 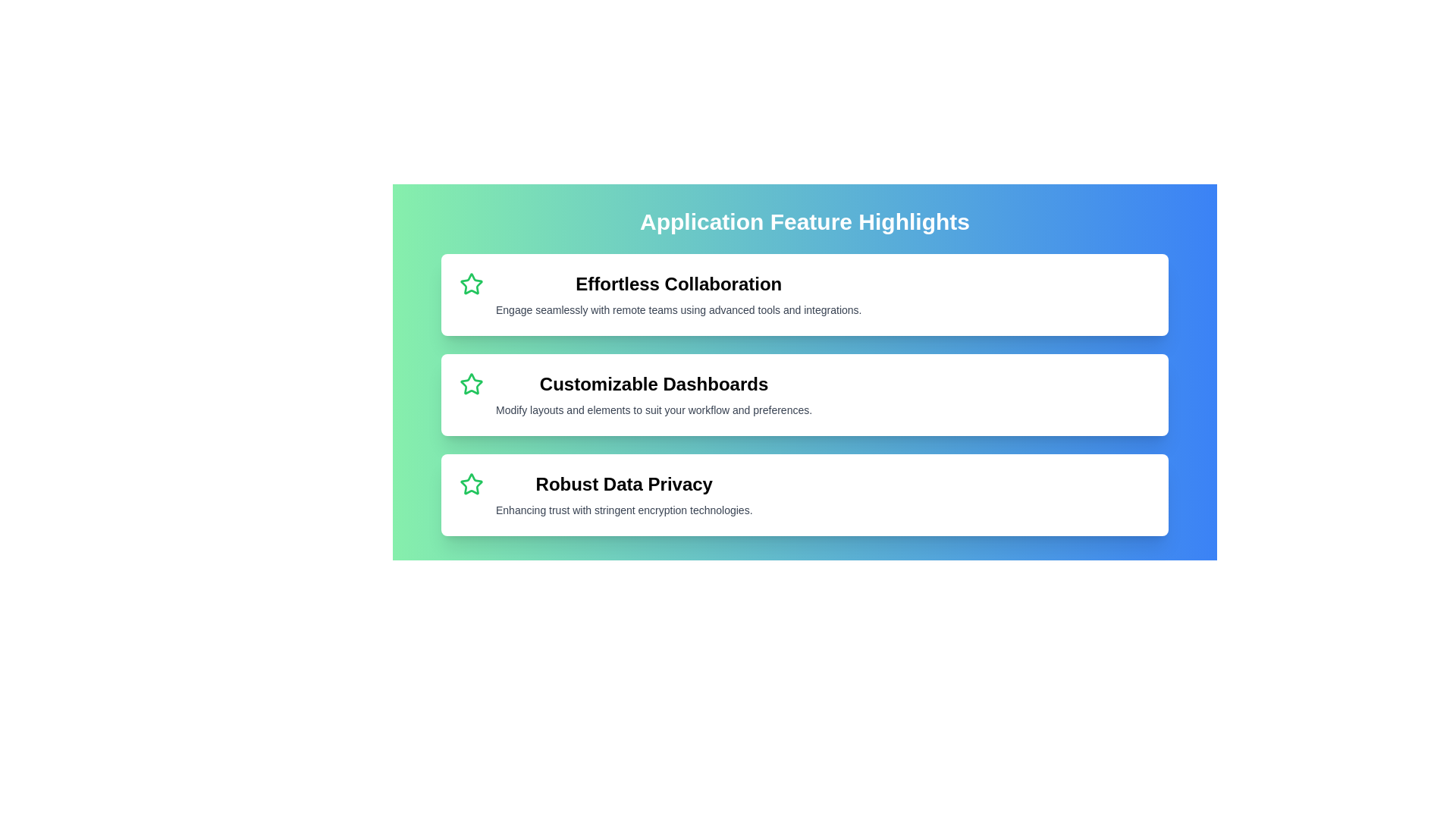 I want to click on text snippet that reads 'Enhancing trust with stringent encryption technologies.' which is styled in gray and located beneath the heading 'Robust Data Privacy', so click(x=624, y=510).